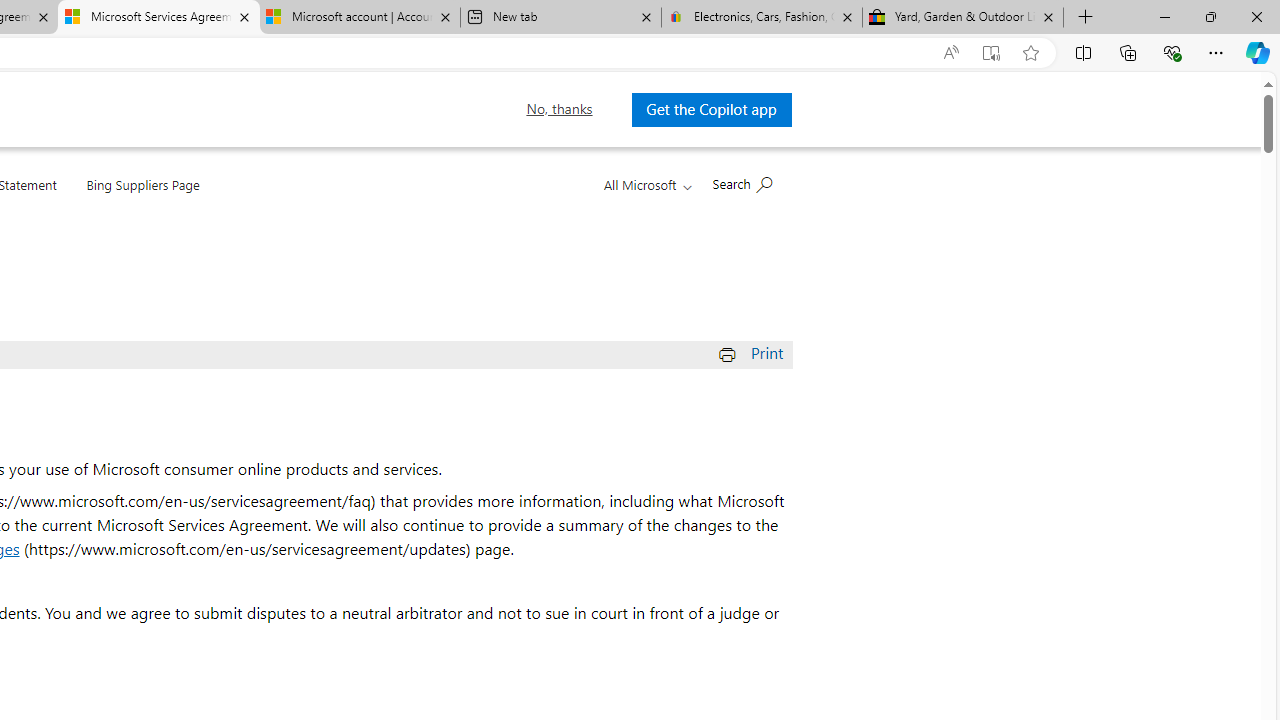 This screenshot has height=720, width=1280. Describe the element at coordinates (752, 351) in the screenshot. I see `'Print'` at that location.